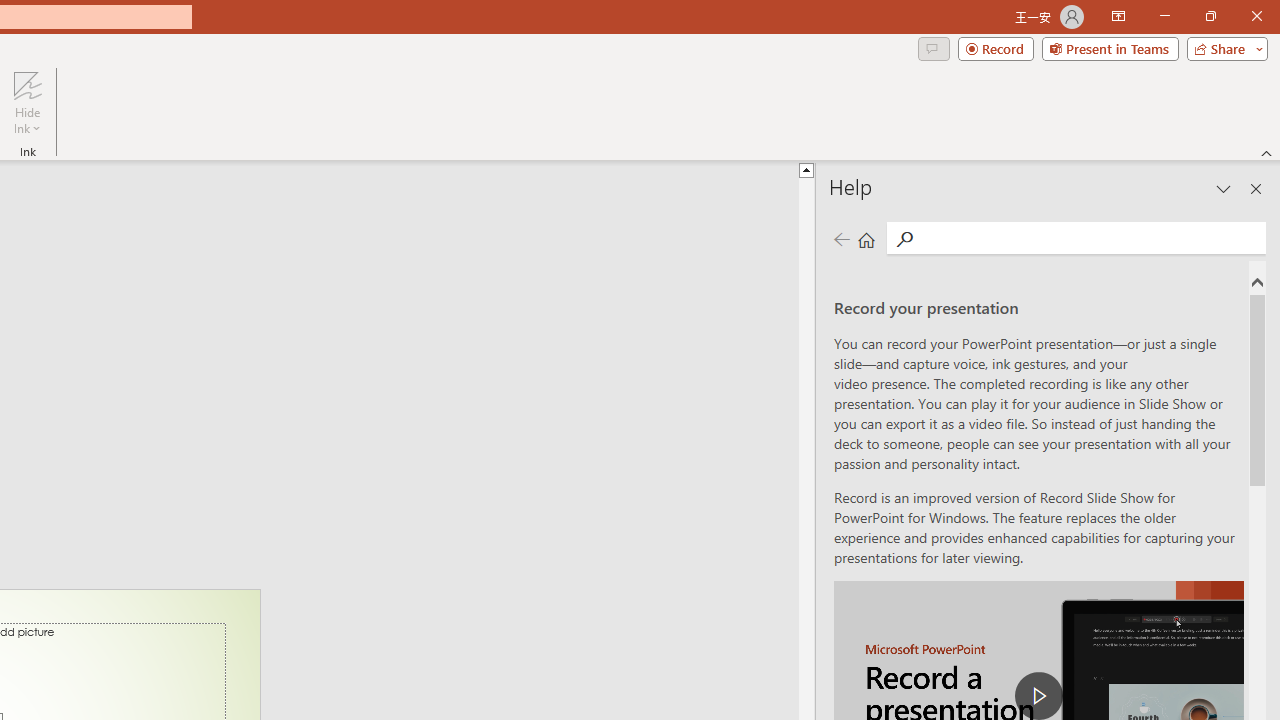 The height and width of the screenshot is (720, 1280). I want to click on 'play Record a Presentation', so click(1038, 694).